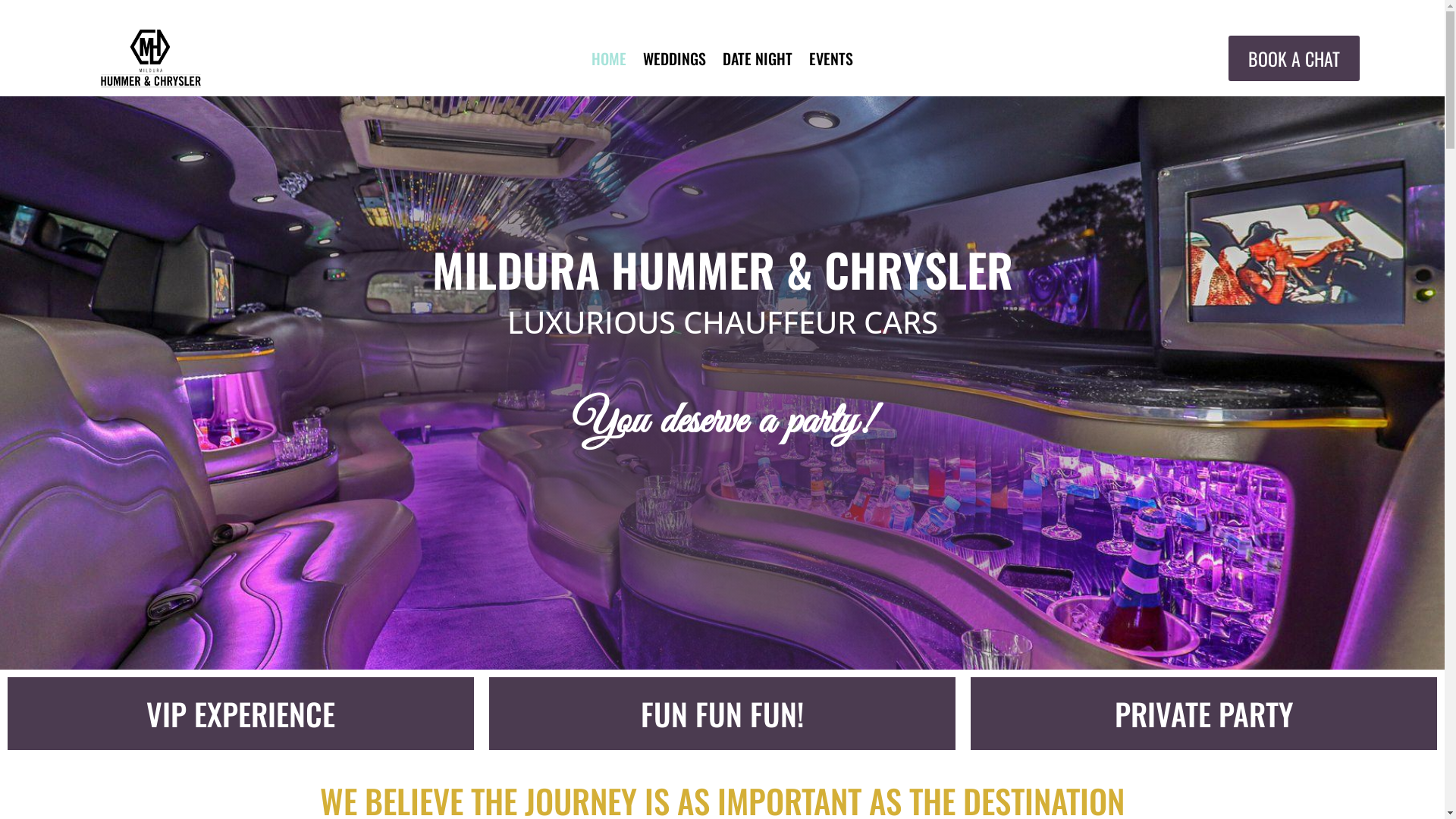 The image size is (1456, 819). What do you see at coordinates (1293, 57) in the screenshot?
I see `'BOOK A CHAT'` at bounding box center [1293, 57].